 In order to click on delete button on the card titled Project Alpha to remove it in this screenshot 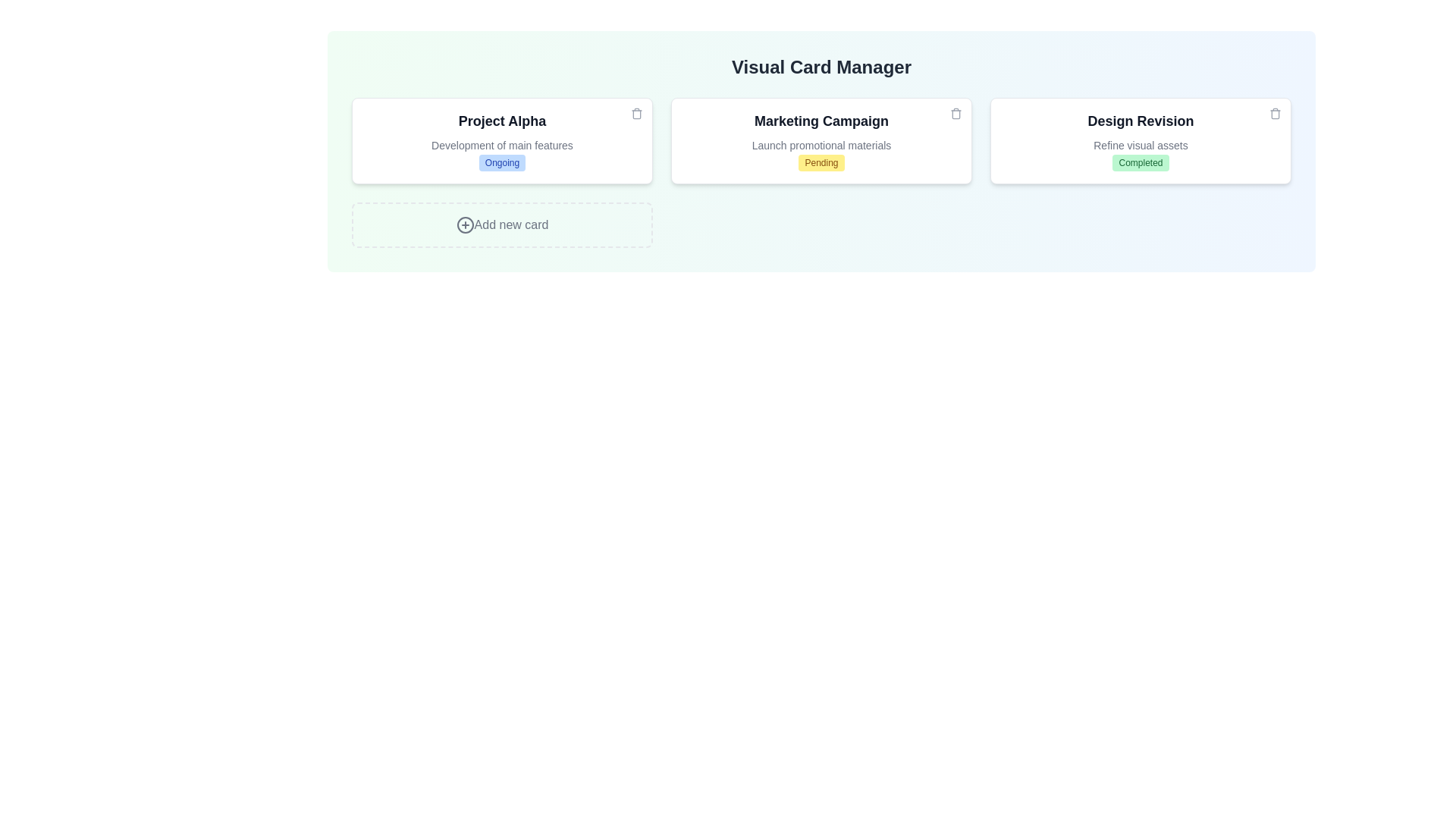, I will do `click(637, 113)`.